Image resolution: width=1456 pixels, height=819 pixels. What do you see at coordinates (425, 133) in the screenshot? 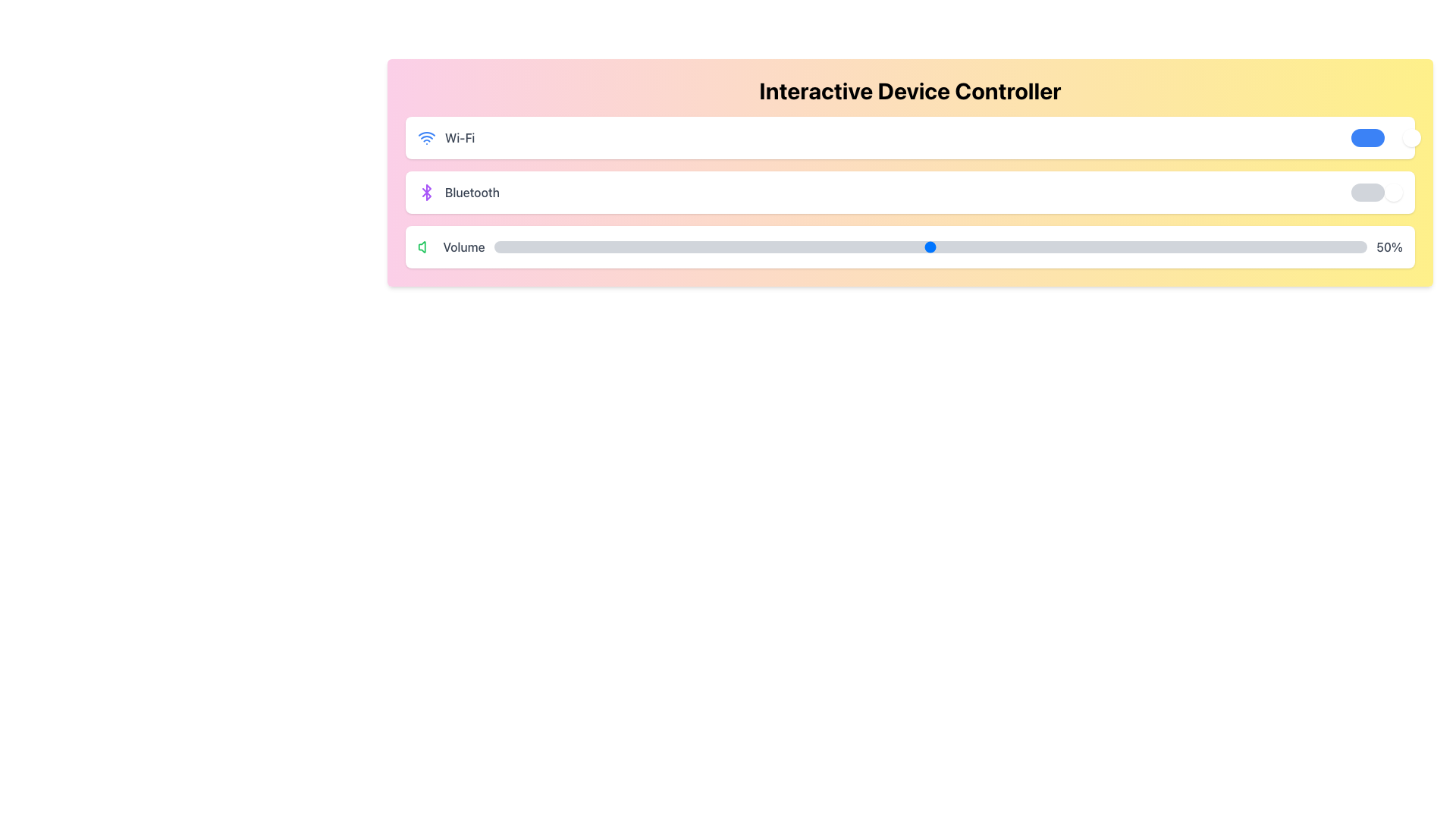
I see `the second arc of the blue Wi-Fi symbol located in the upper left part of the card containing the Wi-Fi, Bluetooth, and Volume settings` at bounding box center [425, 133].